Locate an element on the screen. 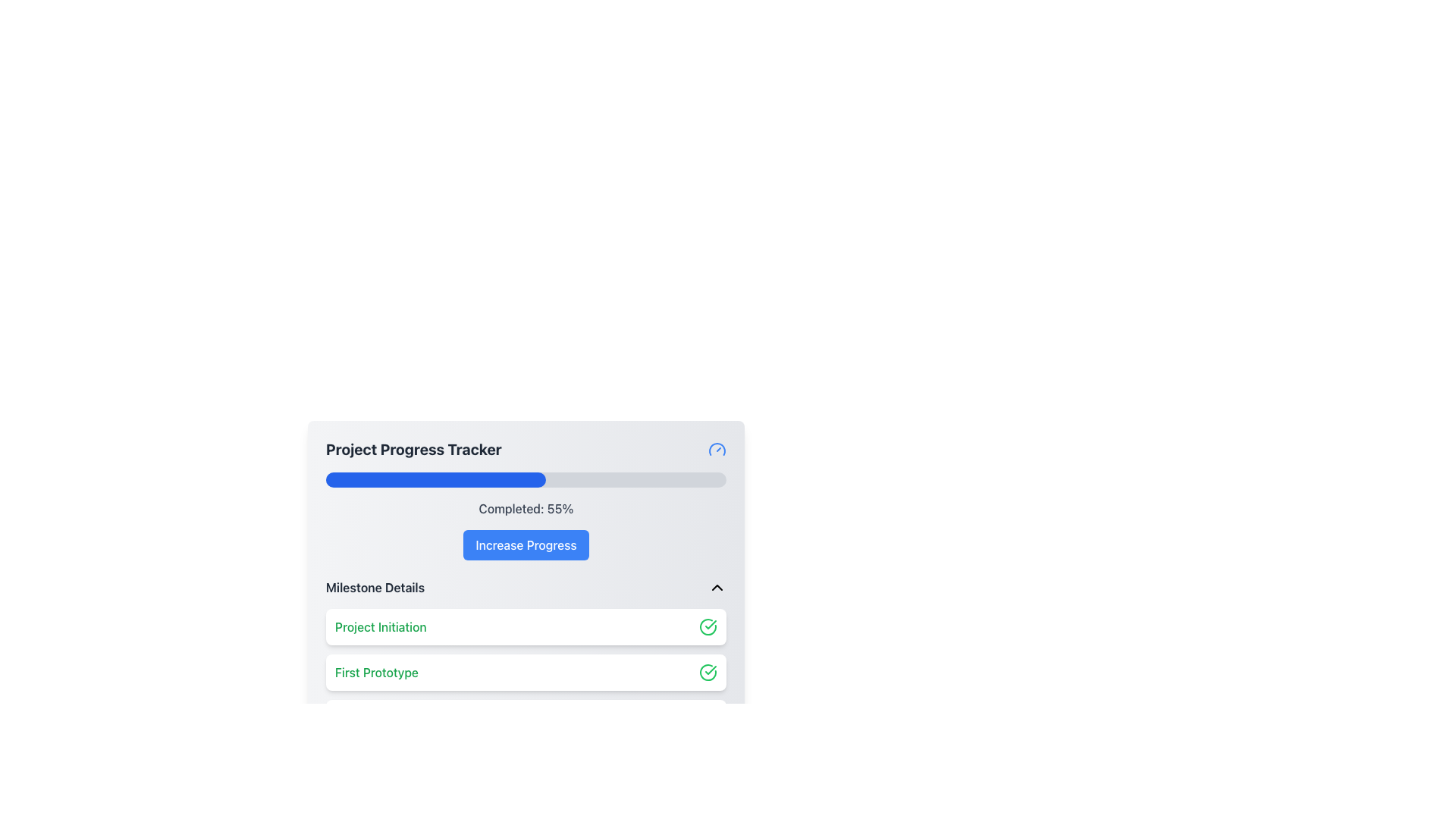 The image size is (1456, 819). the static text label displaying 'Completed: 55%' which is styled with a medium font weight and located within a card-like interface is located at coordinates (526, 509).